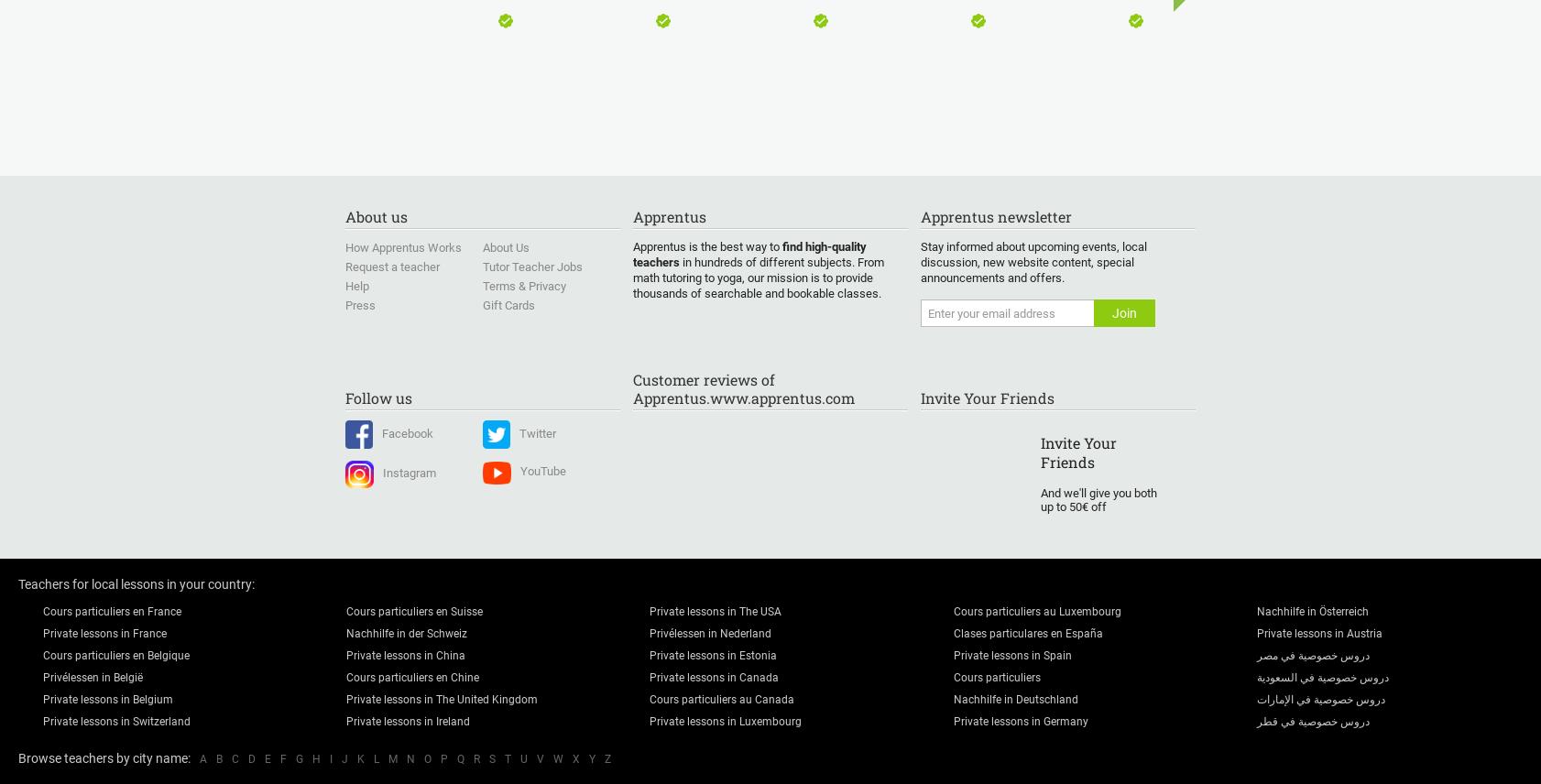 The width and height of the screenshot is (1541, 784). Describe the element at coordinates (460, 758) in the screenshot. I see `'Q'` at that location.